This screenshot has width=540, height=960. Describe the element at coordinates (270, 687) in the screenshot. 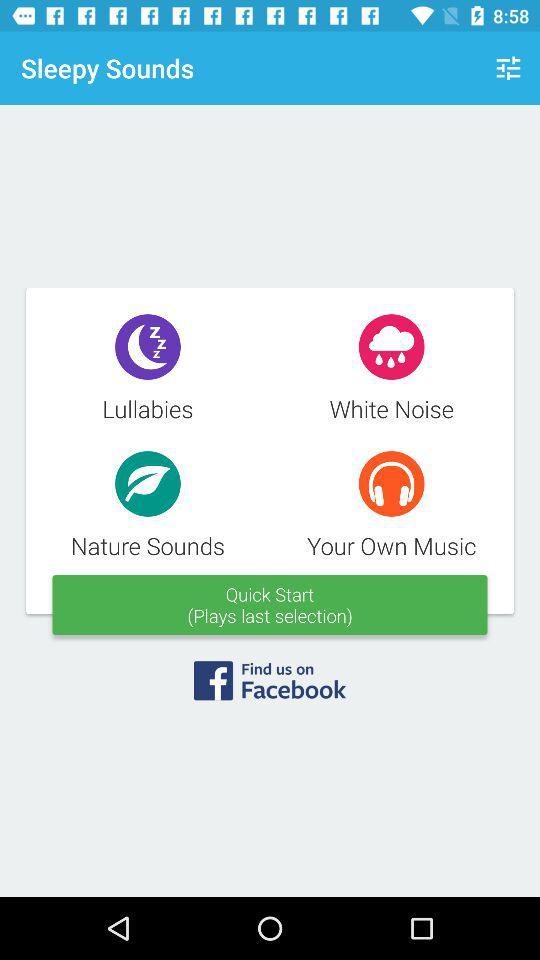

I see `open facebook` at that location.